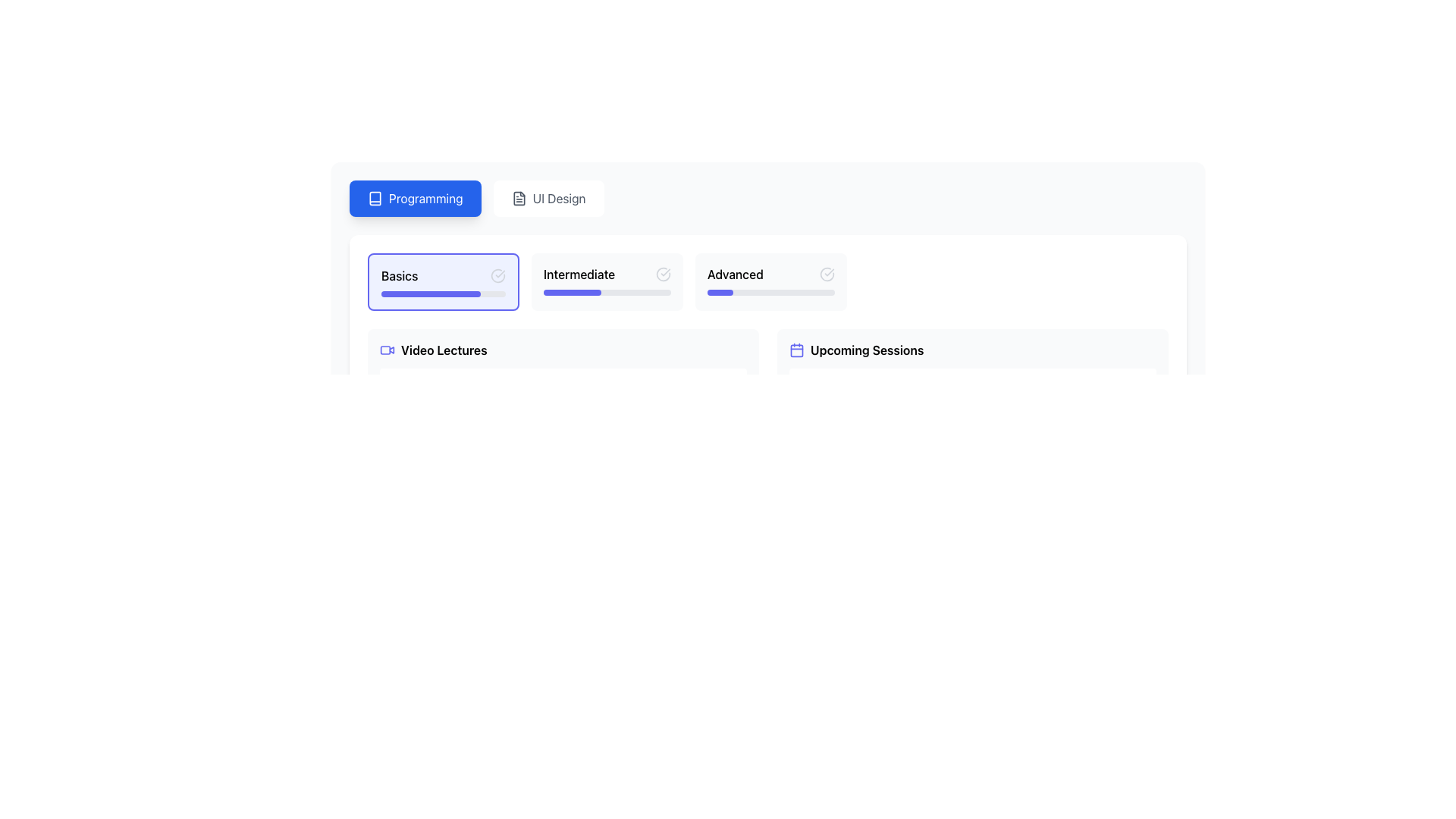 The height and width of the screenshot is (819, 1456). Describe the element at coordinates (375, 198) in the screenshot. I see `the Programming tab icon, which is a symbolic representation of learning or contents of a book, located at the top-left corner of the interface` at that location.